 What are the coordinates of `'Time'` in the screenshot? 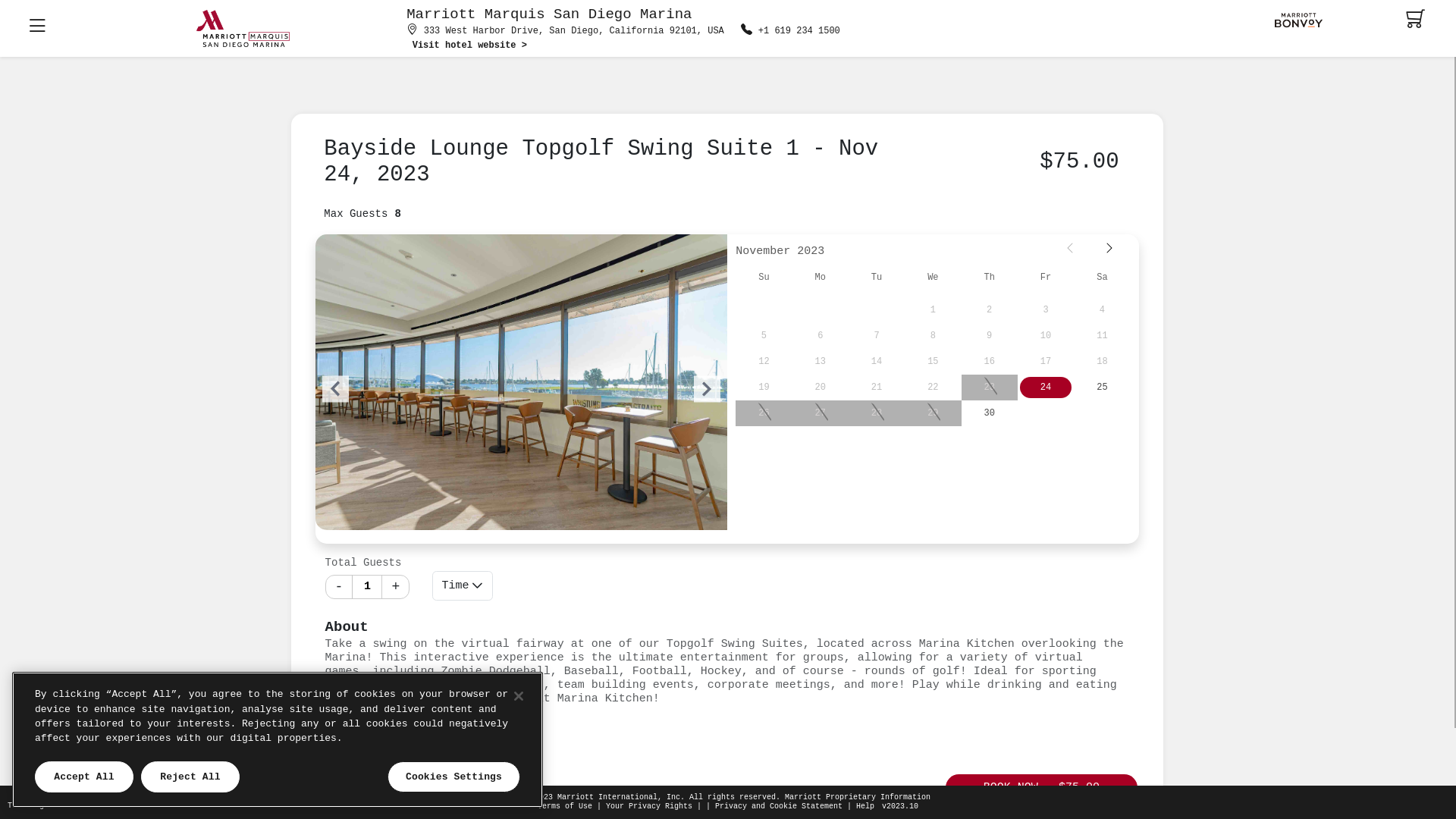 It's located at (431, 585).